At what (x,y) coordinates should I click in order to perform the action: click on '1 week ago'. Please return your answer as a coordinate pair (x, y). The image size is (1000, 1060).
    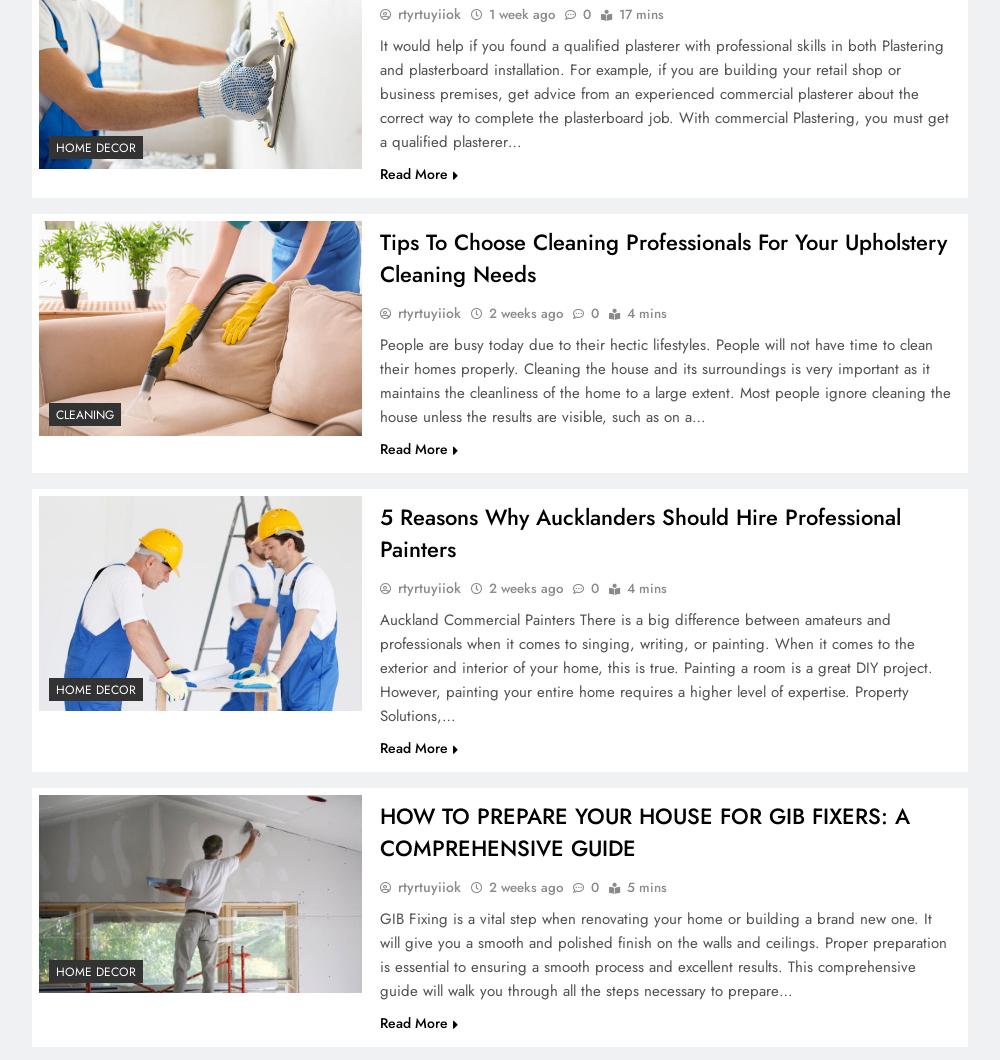
    Looking at the image, I should click on (521, 174).